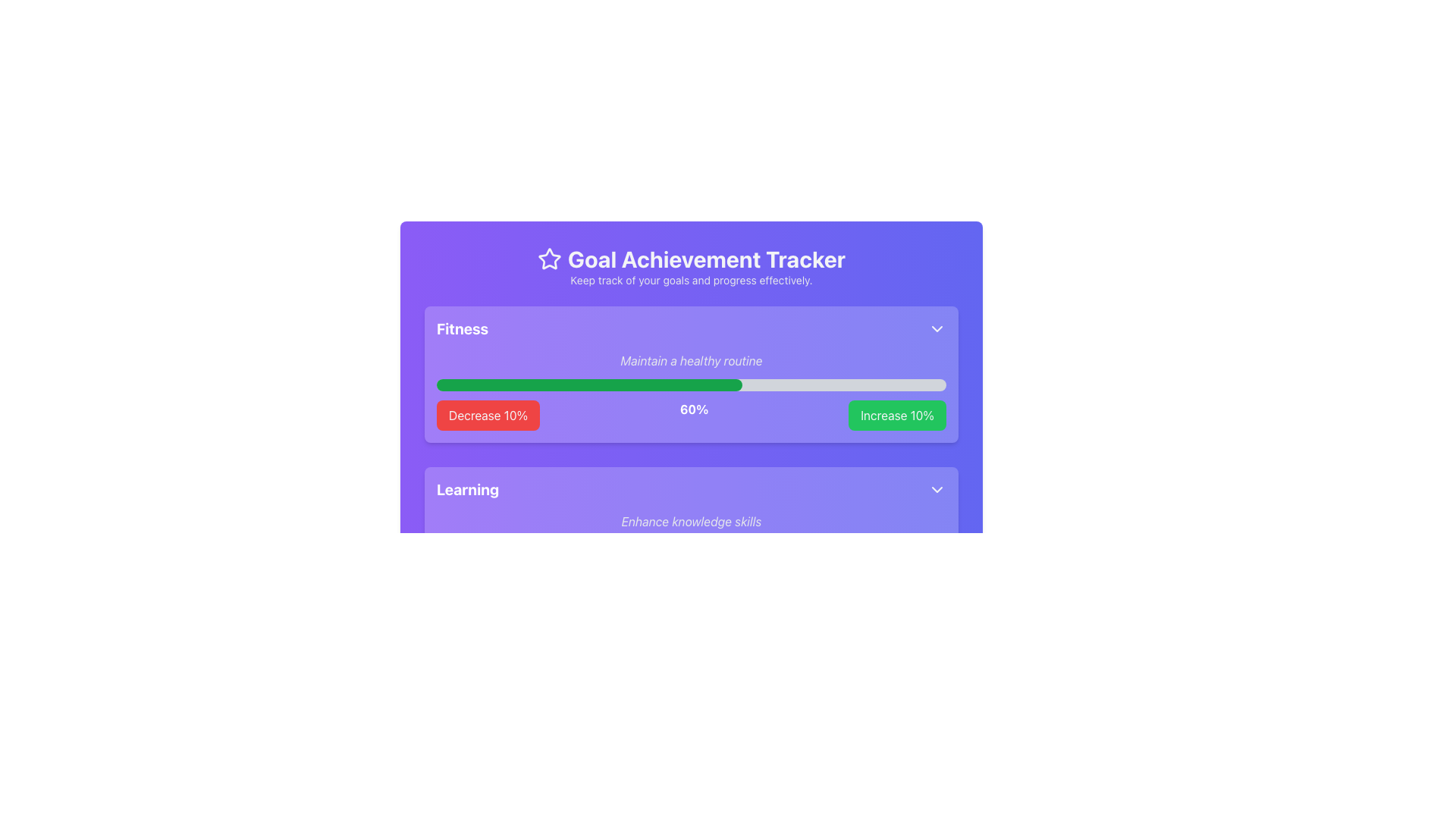 The image size is (1456, 819). What do you see at coordinates (488, 415) in the screenshot?
I see `the leftmost button in the 'Fitness' section to decrease the progress value by 10%` at bounding box center [488, 415].